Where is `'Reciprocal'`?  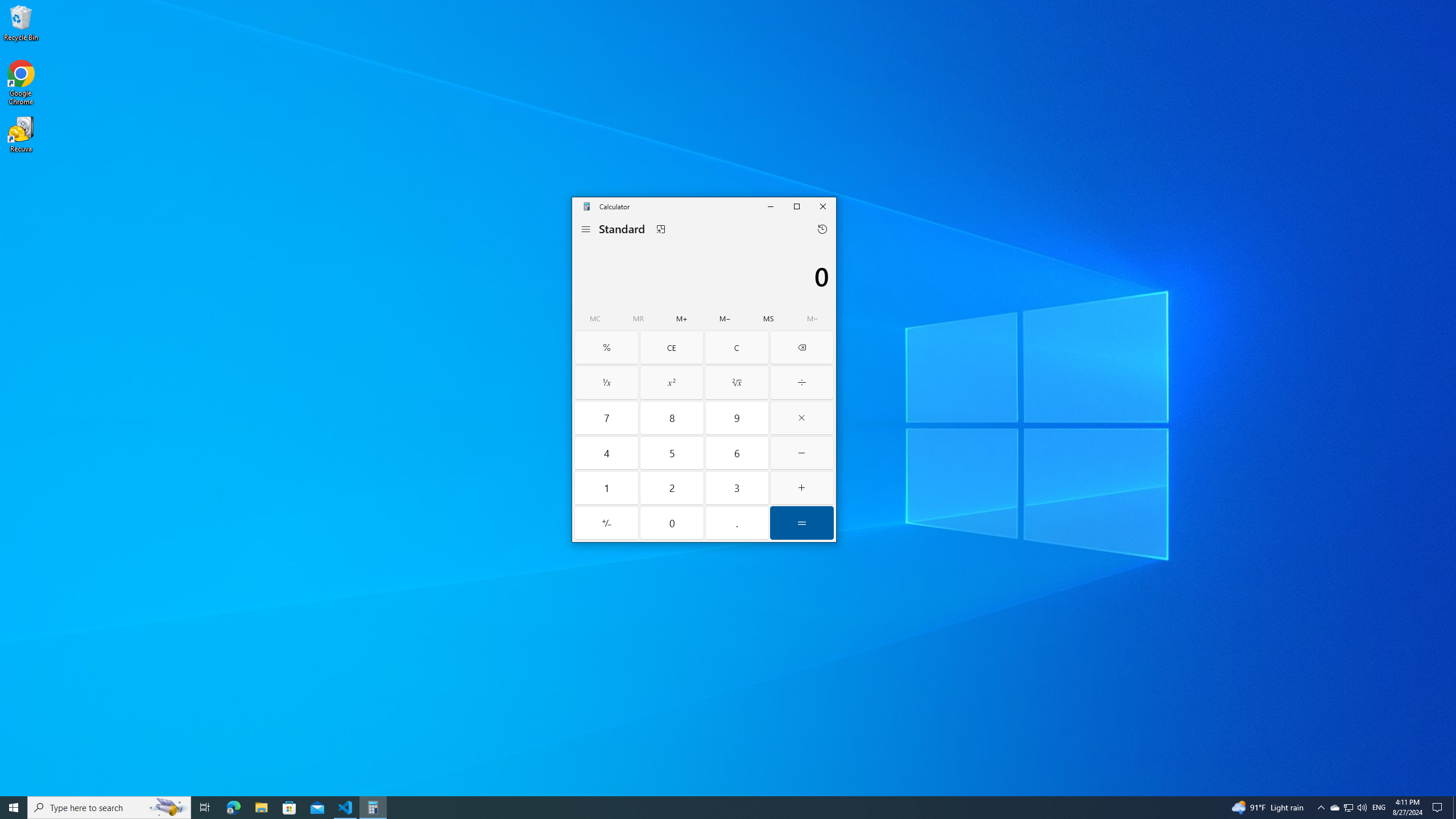 'Reciprocal' is located at coordinates (607, 383).